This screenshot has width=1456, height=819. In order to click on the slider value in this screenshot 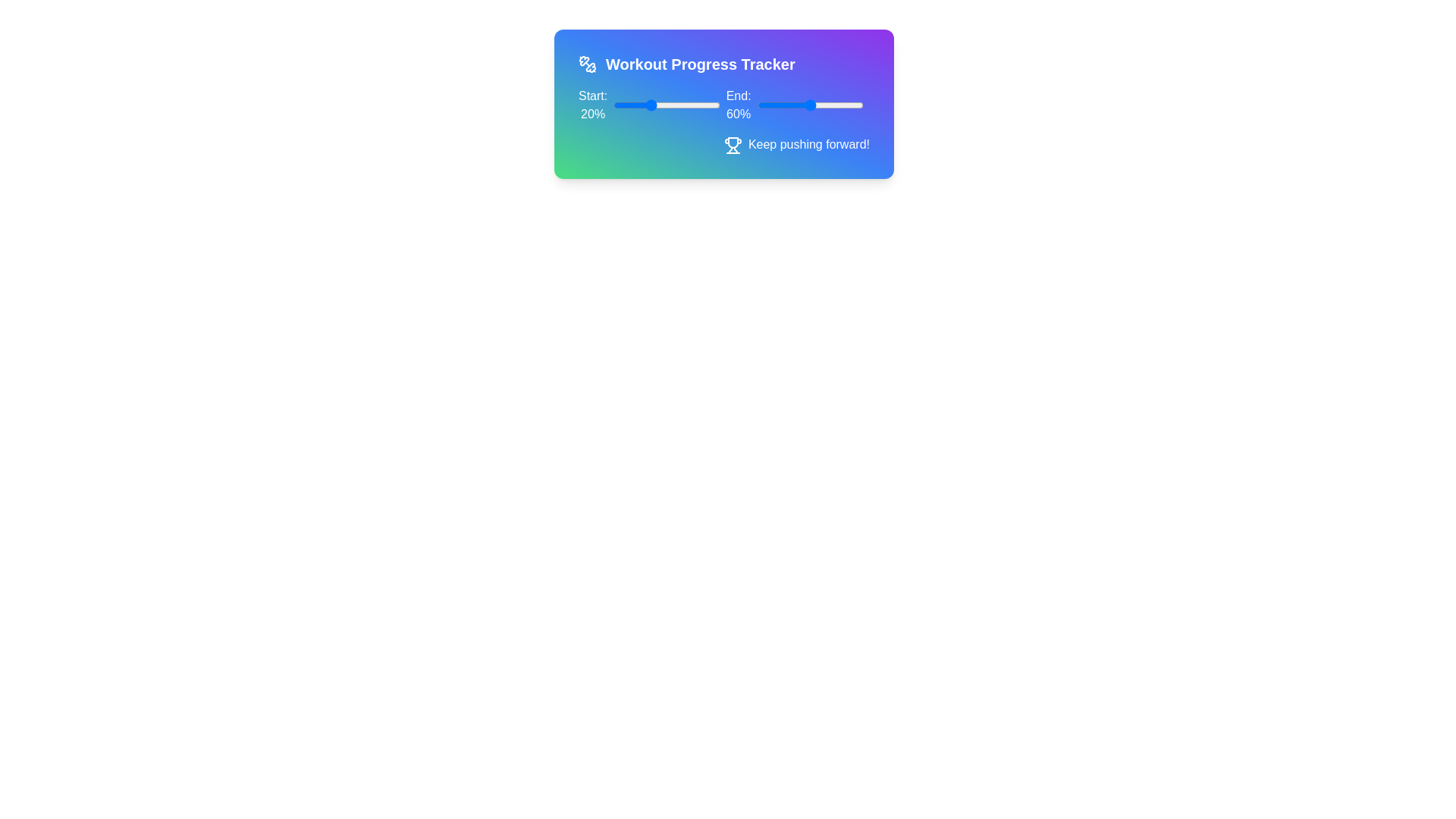, I will do `click(673, 104)`.